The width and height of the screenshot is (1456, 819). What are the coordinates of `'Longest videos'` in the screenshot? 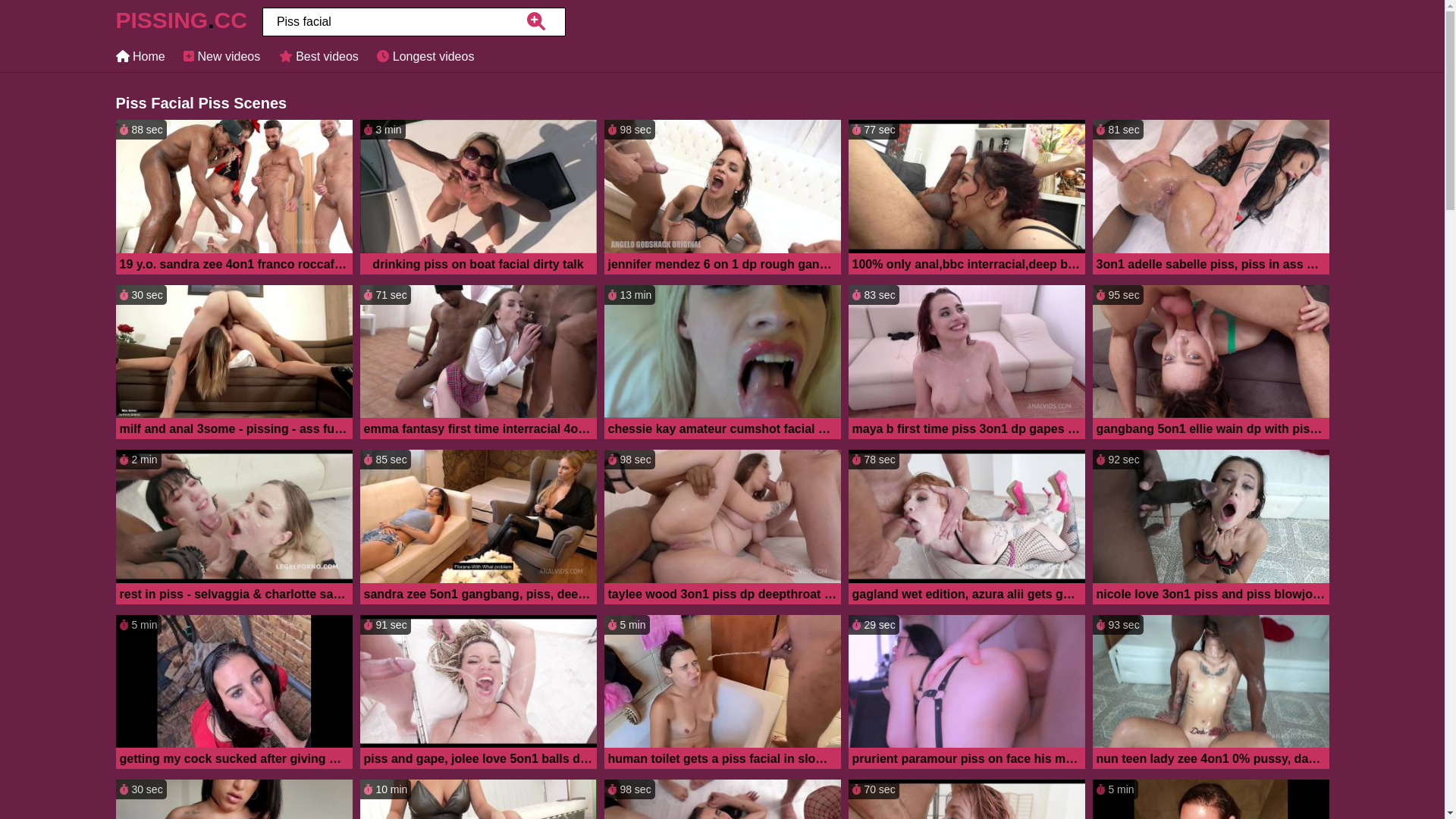 It's located at (425, 55).